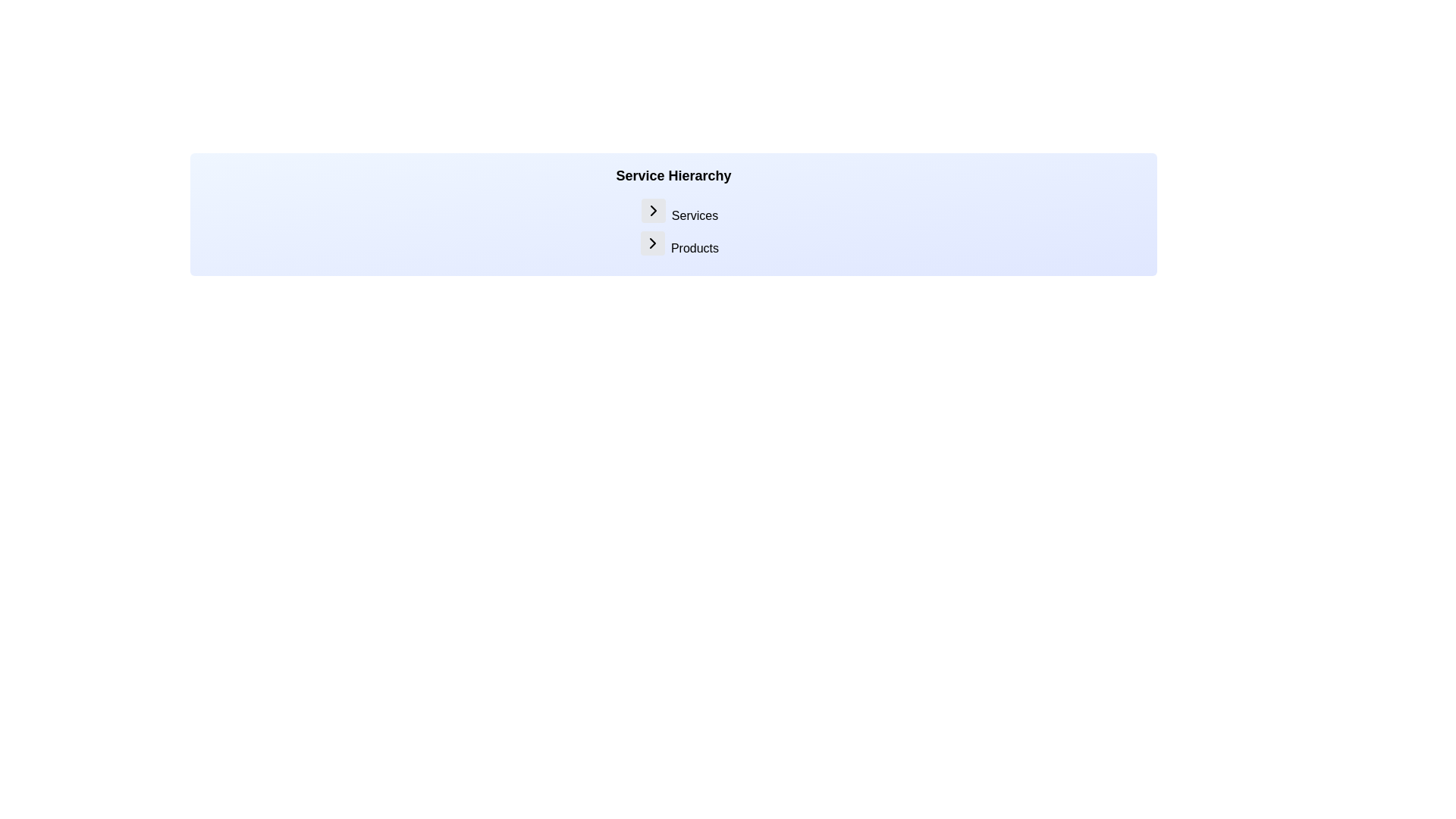  What do you see at coordinates (653, 210) in the screenshot?
I see `the Chevron icon for navigation or hierarchy expansion located to the right of the 'Services' text` at bounding box center [653, 210].